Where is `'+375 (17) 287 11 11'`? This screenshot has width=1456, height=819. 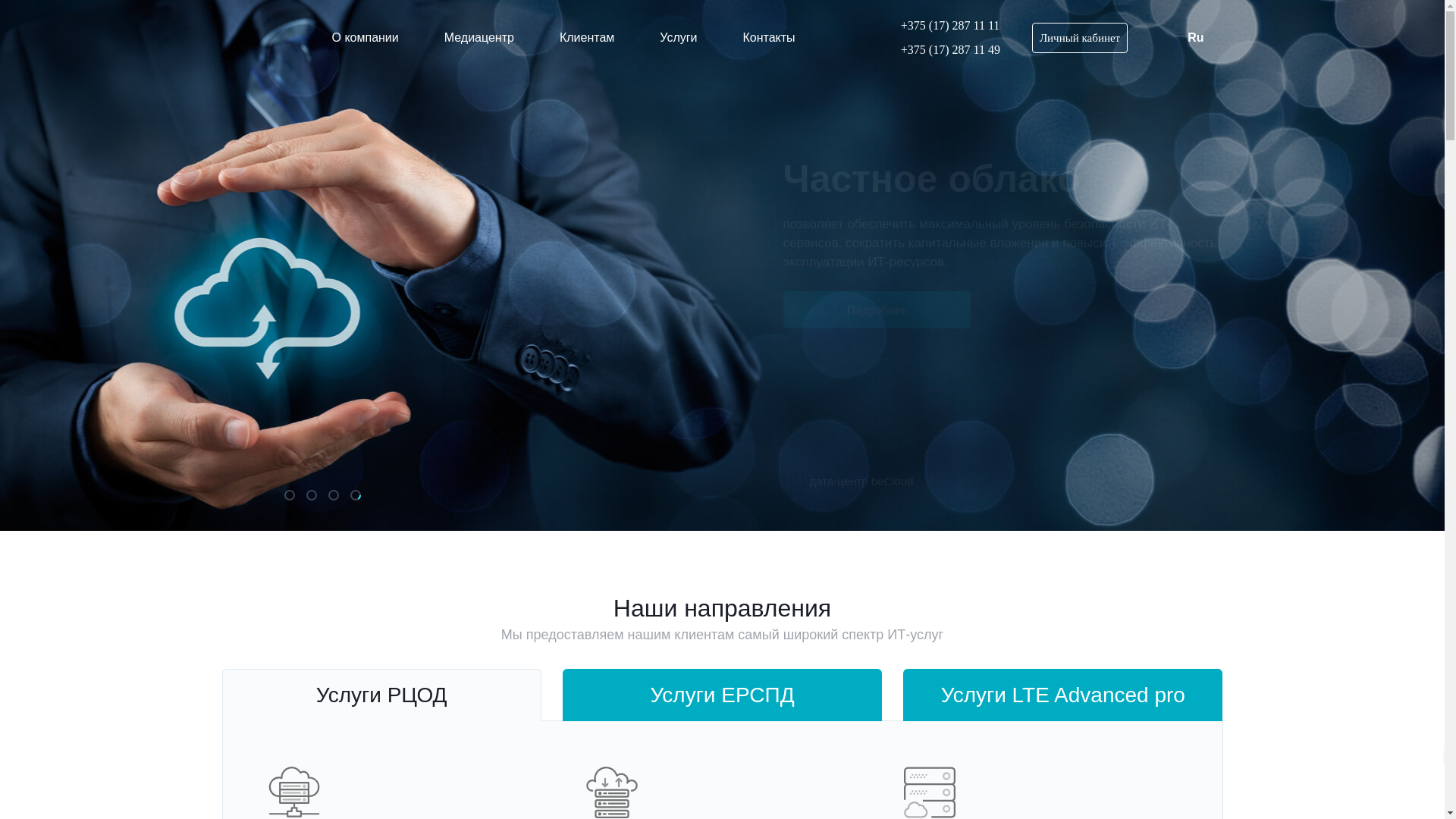
'+375 (17) 287 11 11' is located at coordinates (941, 26).